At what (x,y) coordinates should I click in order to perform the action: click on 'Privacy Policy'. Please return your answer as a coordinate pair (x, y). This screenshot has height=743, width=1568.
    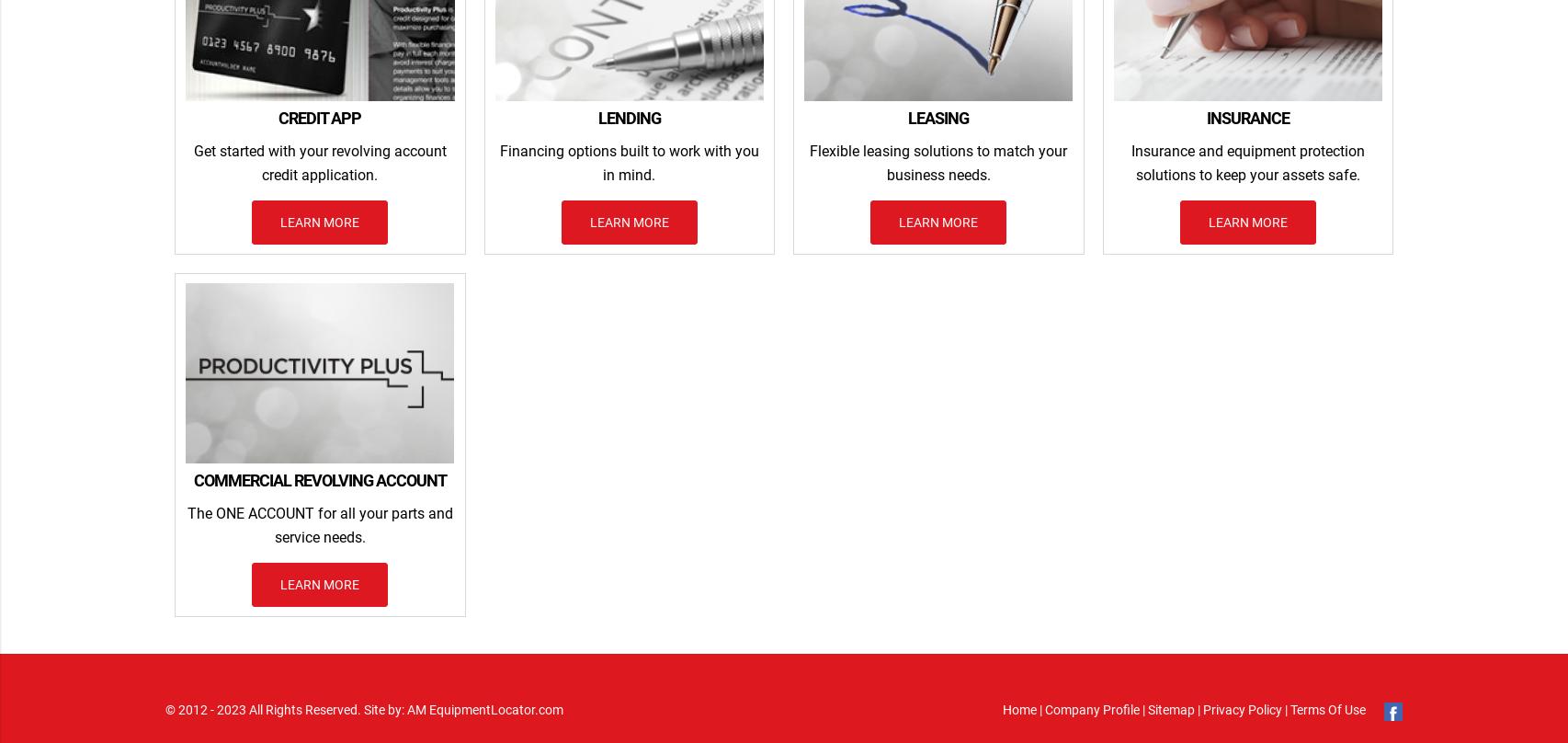
    Looking at the image, I should click on (1240, 707).